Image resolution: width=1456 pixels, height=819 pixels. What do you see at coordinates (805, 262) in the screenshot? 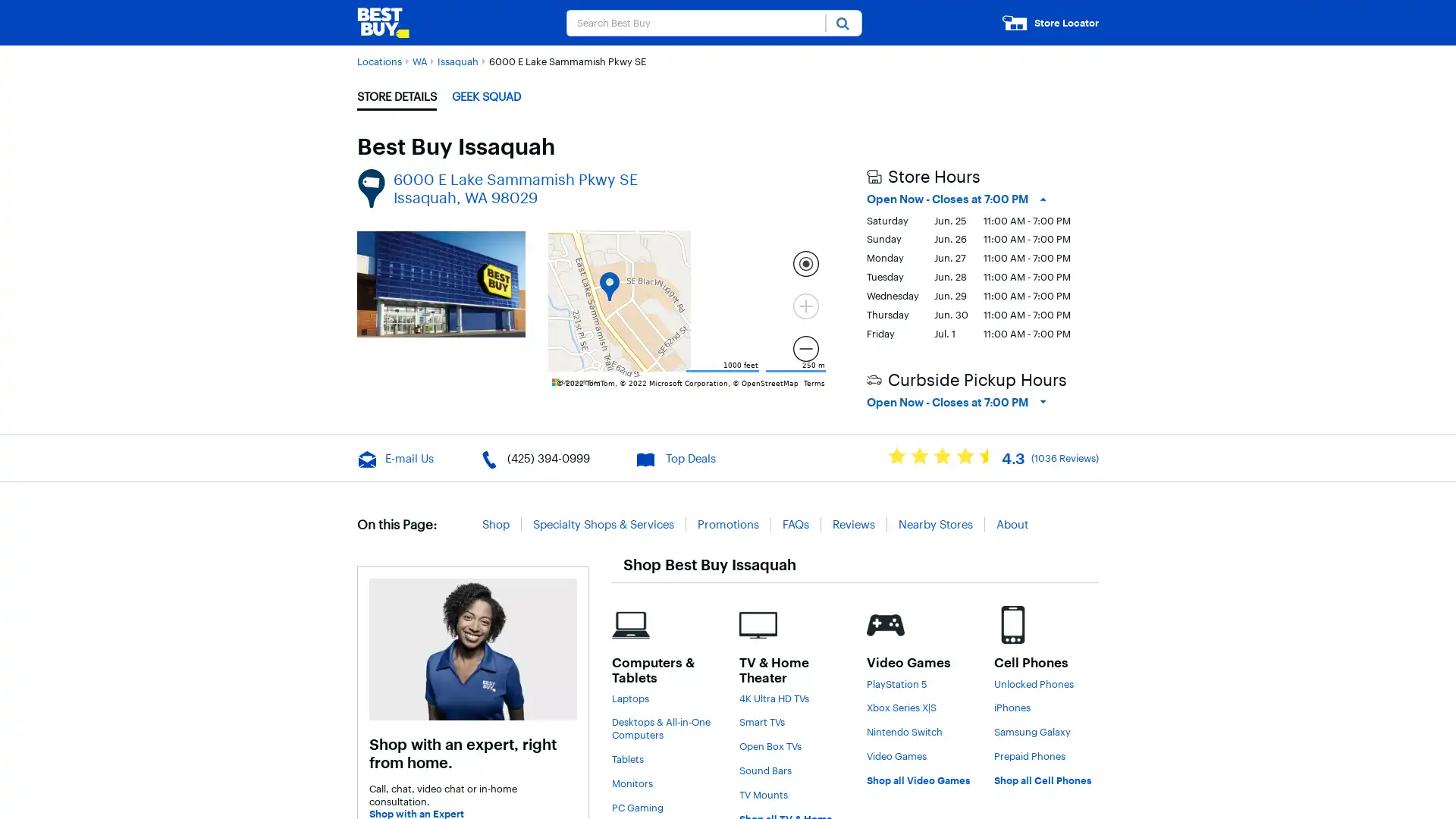
I see `Locate me` at bounding box center [805, 262].